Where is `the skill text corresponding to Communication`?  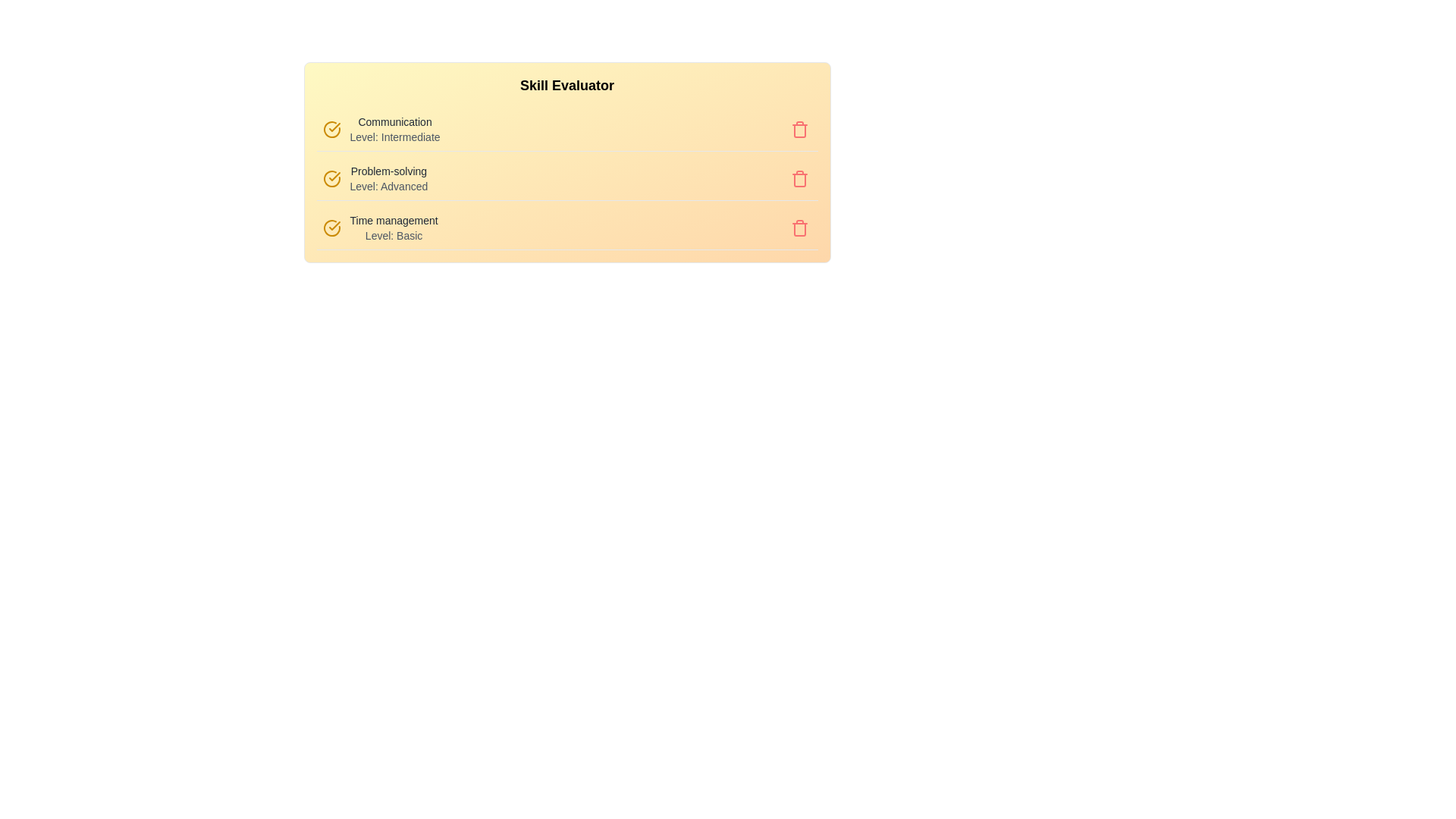 the skill text corresponding to Communication is located at coordinates (395, 128).